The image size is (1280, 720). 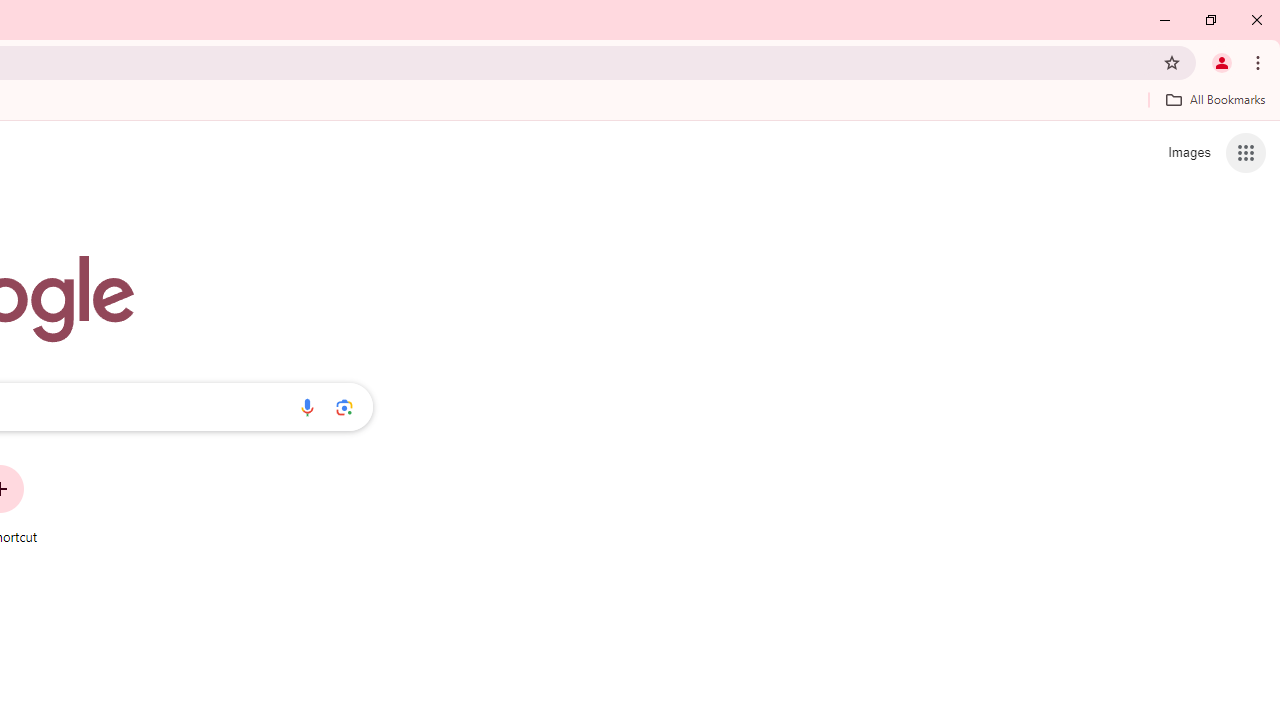 I want to click on 'Search for Images ', so click(x=1189, y=152).